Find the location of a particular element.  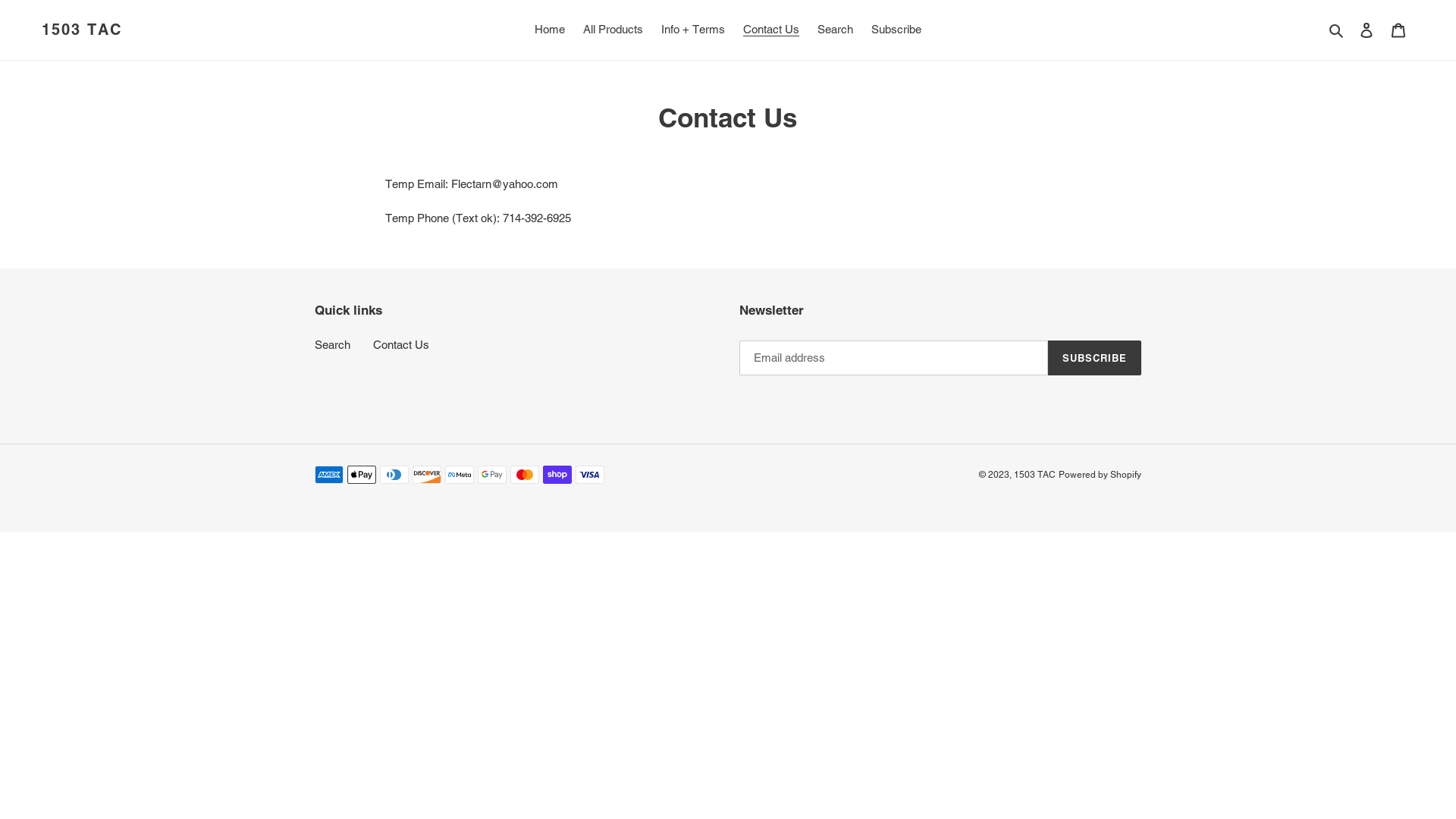

'All Products' is located at coordinates (613, 30).